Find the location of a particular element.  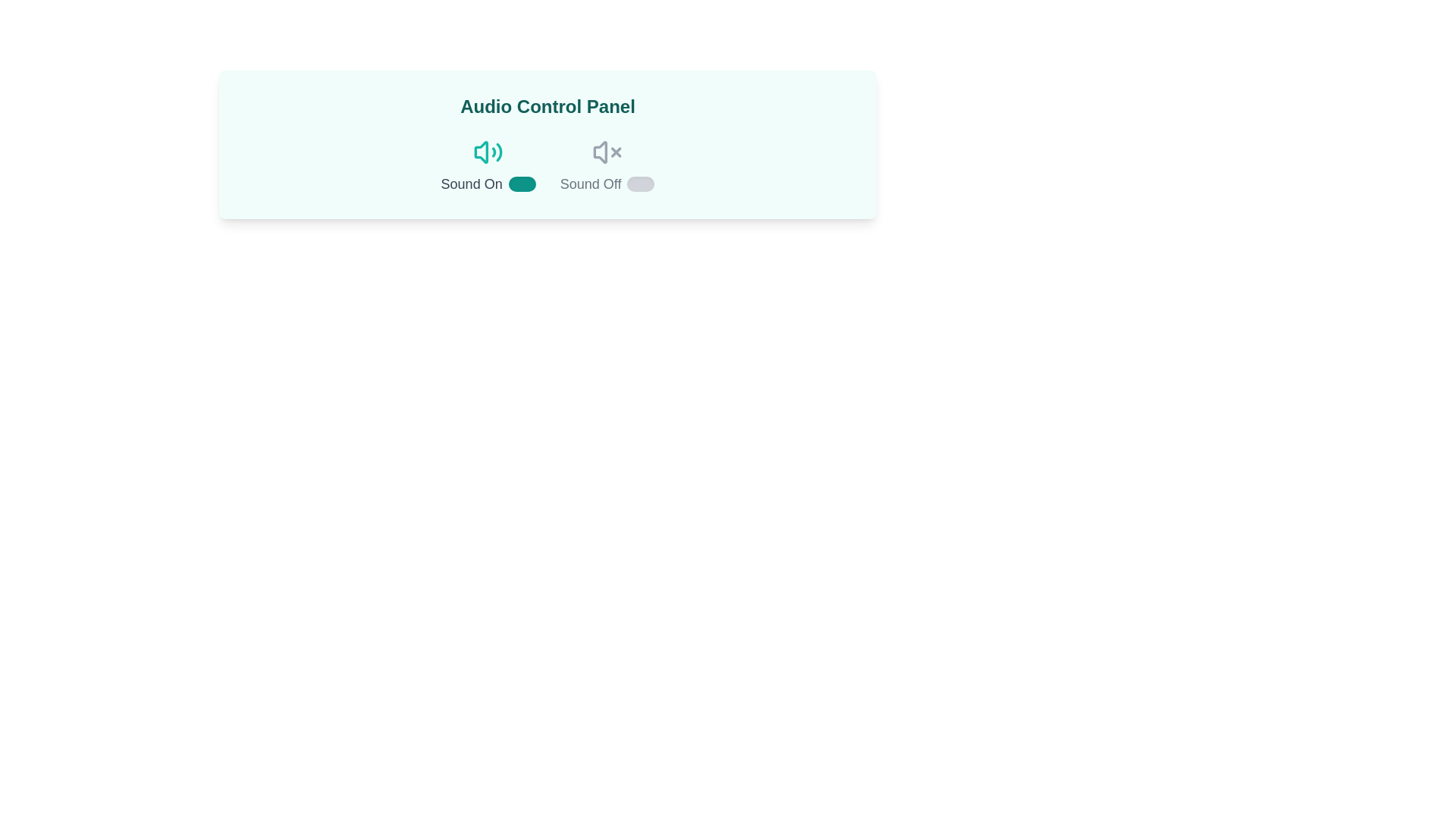

the toggle switch to change its state is located at coordinates (522, 184).